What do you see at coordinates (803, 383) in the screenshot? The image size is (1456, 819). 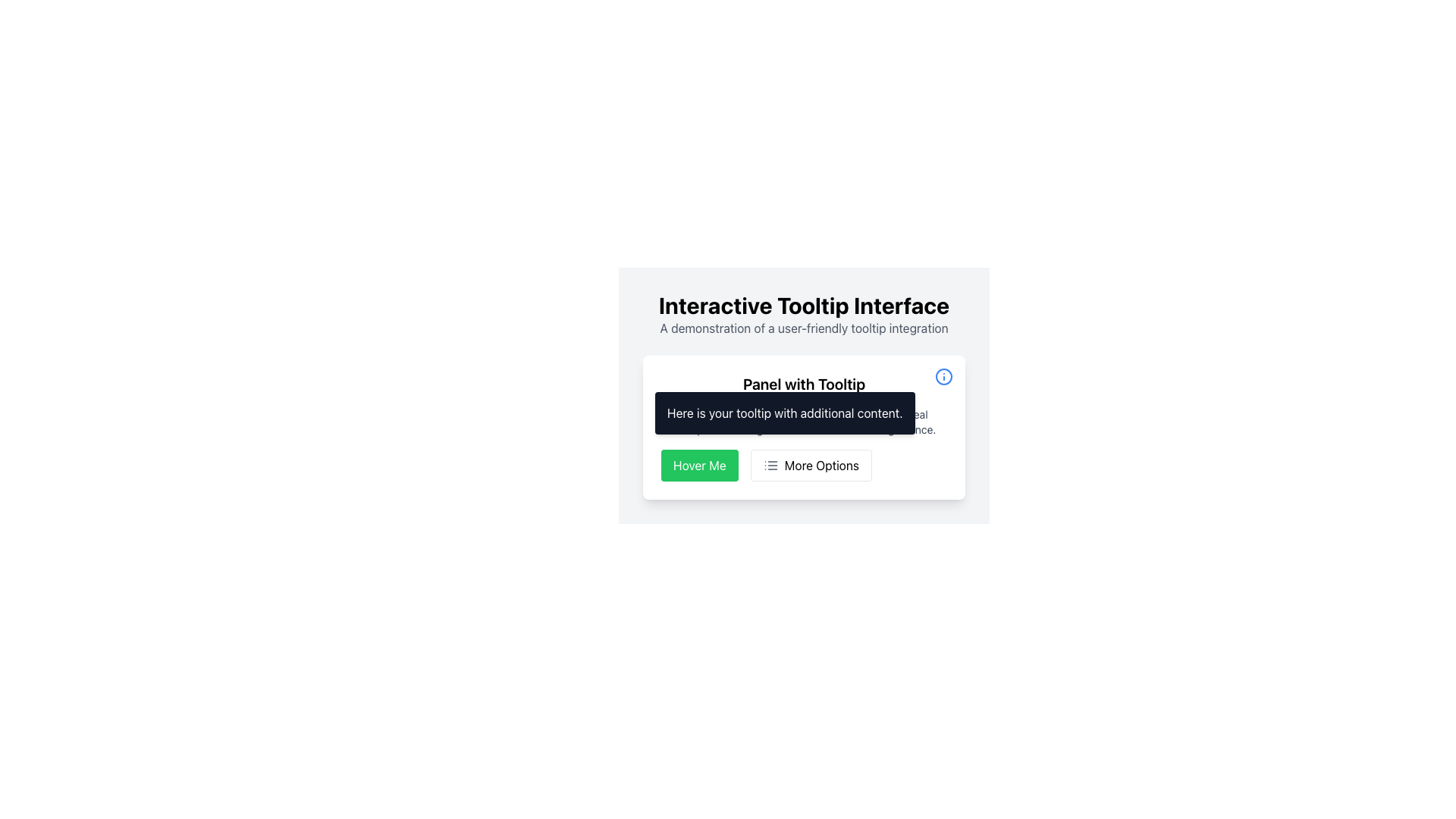 I see `the static text label styled as a header that contains the content 'Panel with Tooltip', located near the top-center of the white panel` at bounding box center [803, 383].